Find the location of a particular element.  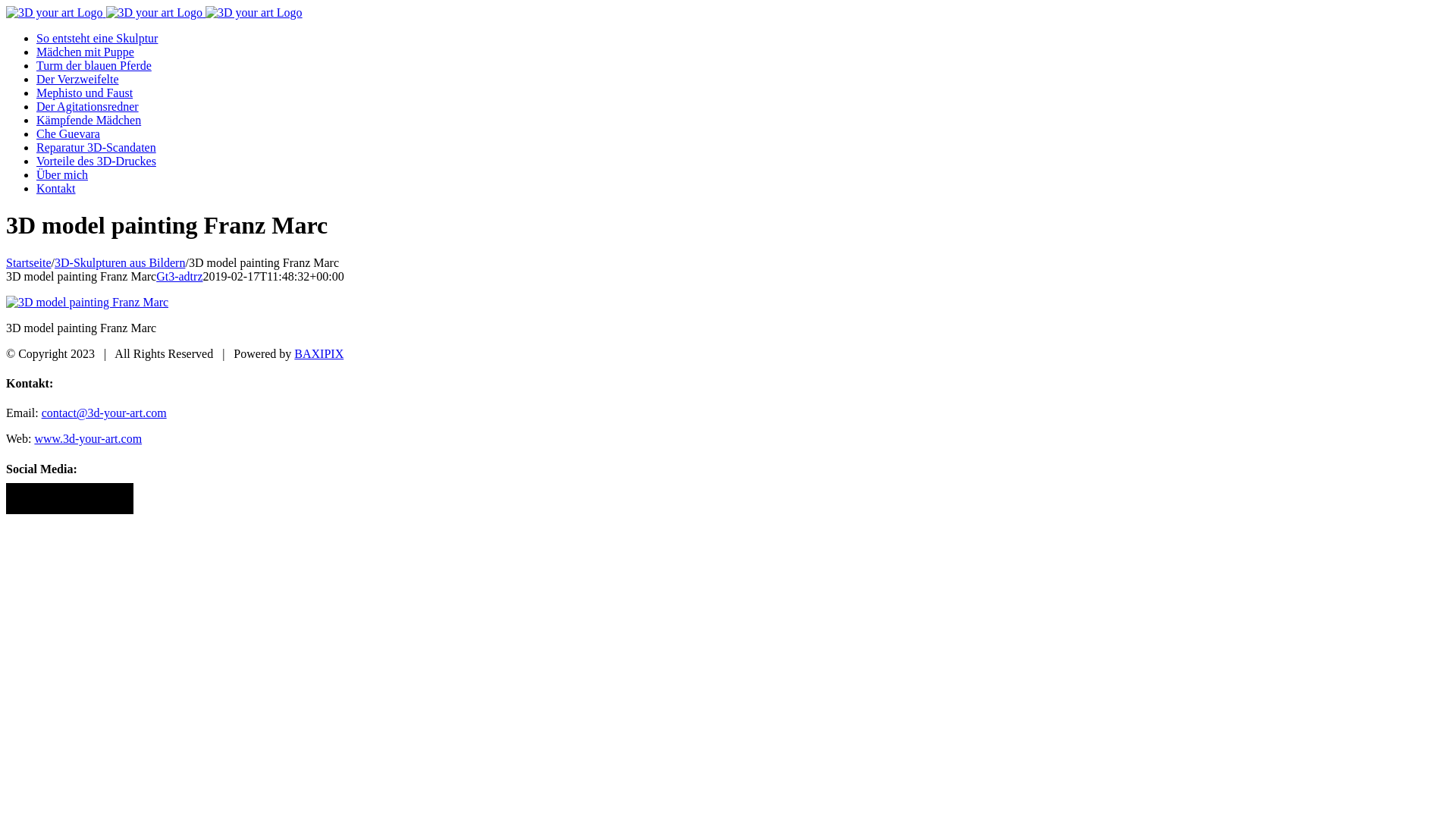

'Der Verzweifelte' is located at coordinates (77, 79).